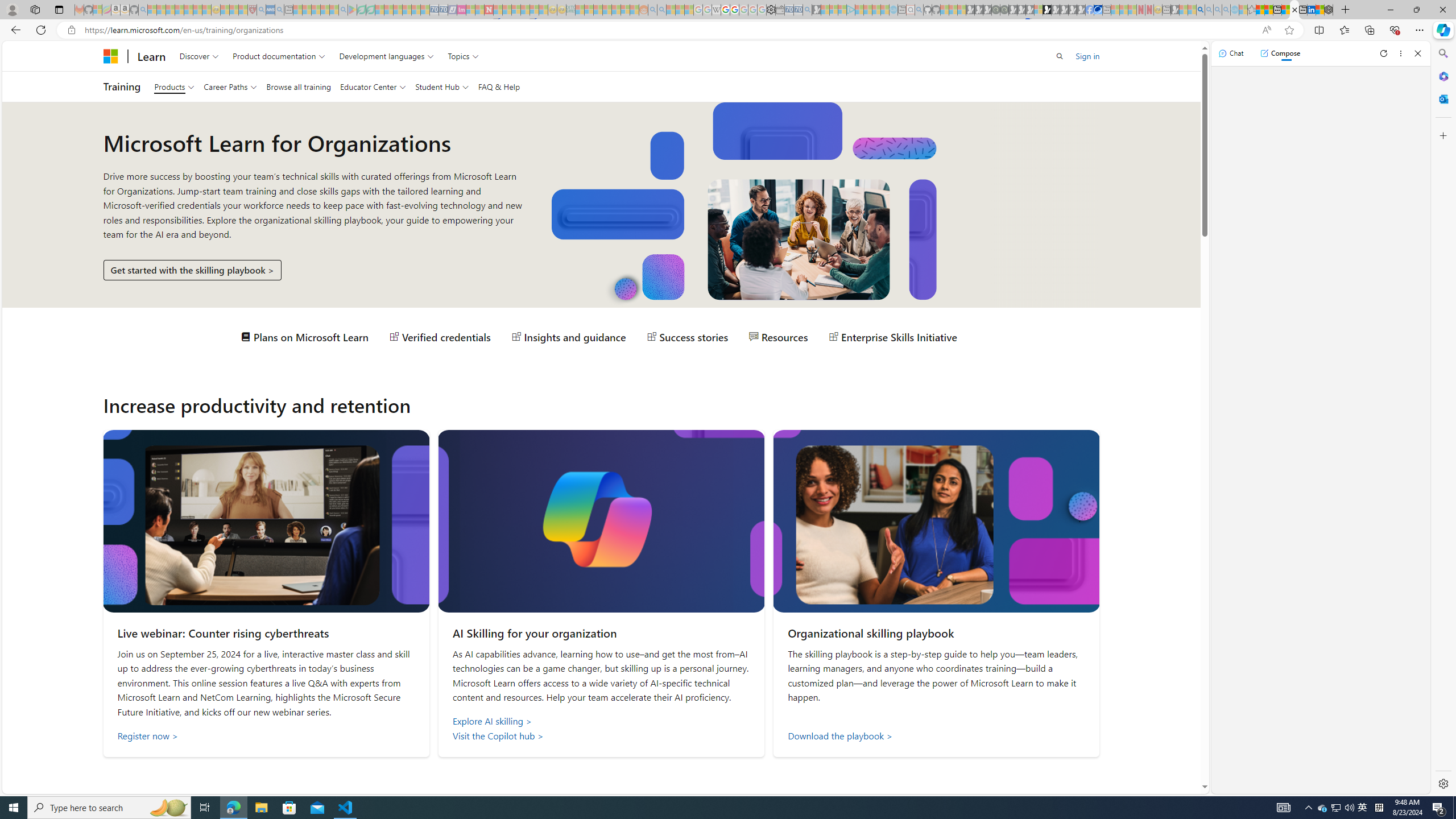 The height and width of the screenshot is (819, 1456). Describe the element at coordinates (1098, 9) in the screenshot. I see `'AQI & Health | AirNow.gov'` at that location.